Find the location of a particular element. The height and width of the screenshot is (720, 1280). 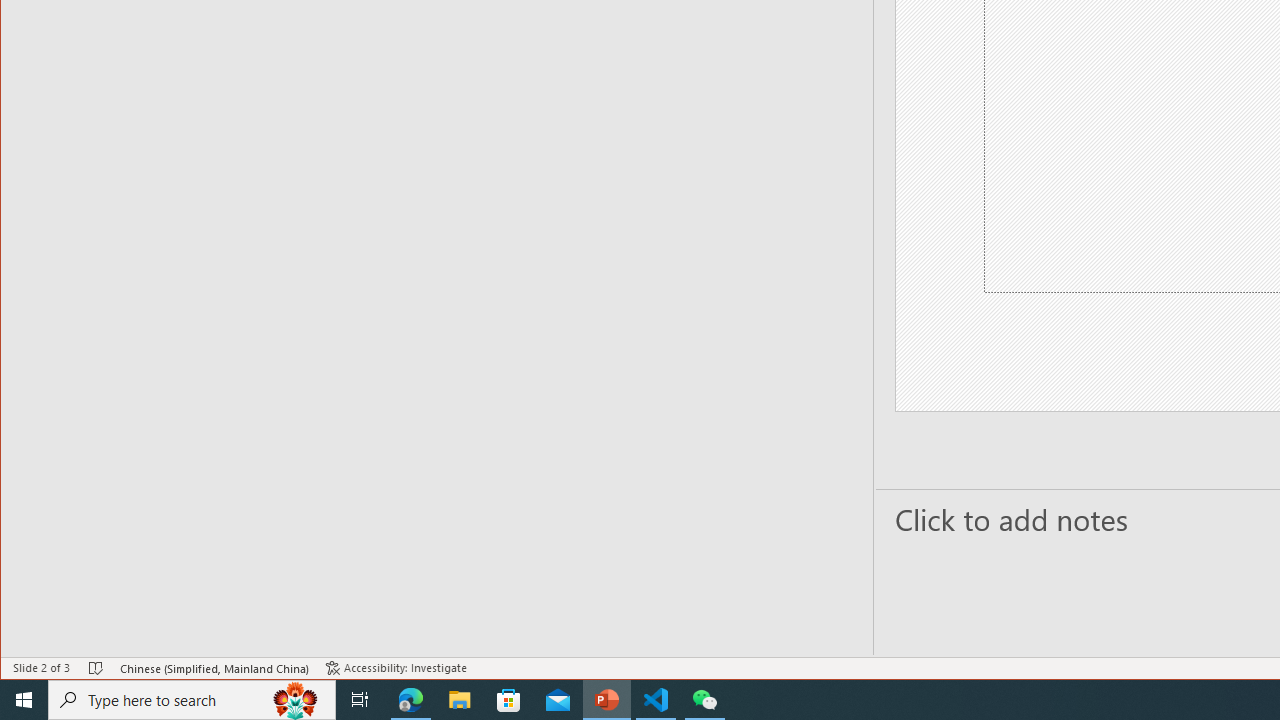

'WeChat - 1 running window' is located at coordinates (705, 698).